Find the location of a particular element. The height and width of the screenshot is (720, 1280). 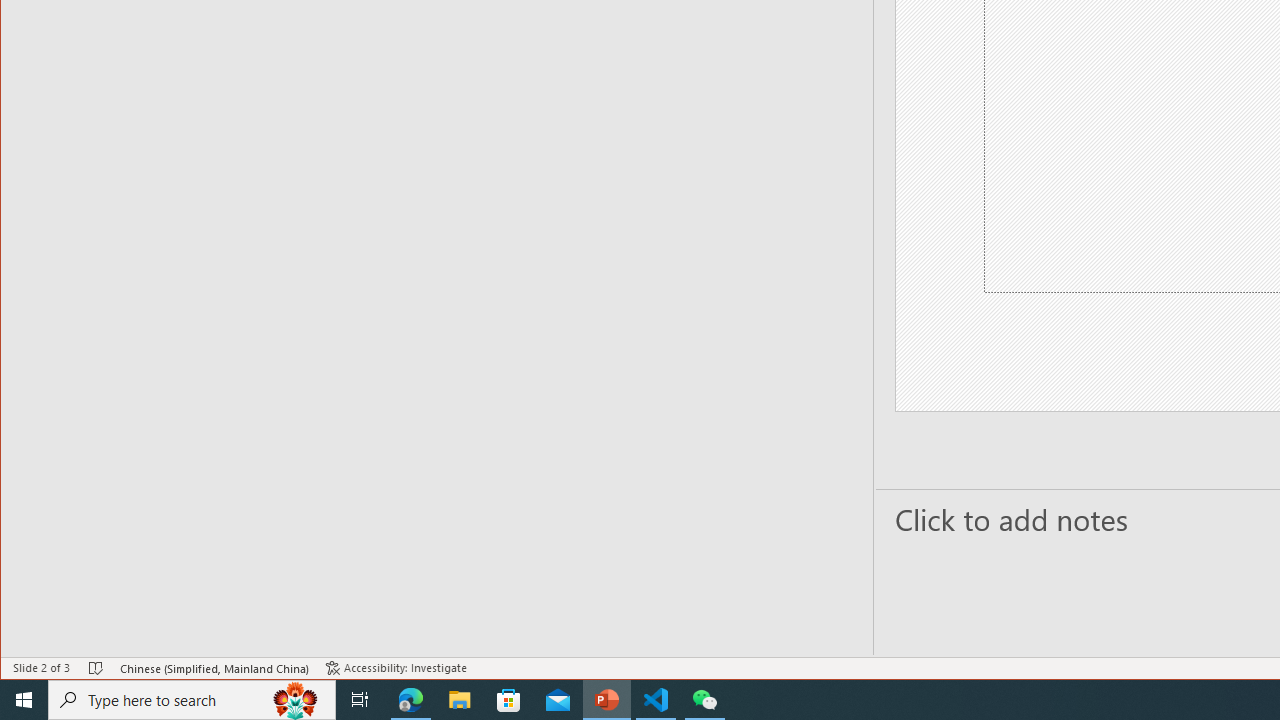

'WeChat - 1 running window' is located at coordinates (705, 698).